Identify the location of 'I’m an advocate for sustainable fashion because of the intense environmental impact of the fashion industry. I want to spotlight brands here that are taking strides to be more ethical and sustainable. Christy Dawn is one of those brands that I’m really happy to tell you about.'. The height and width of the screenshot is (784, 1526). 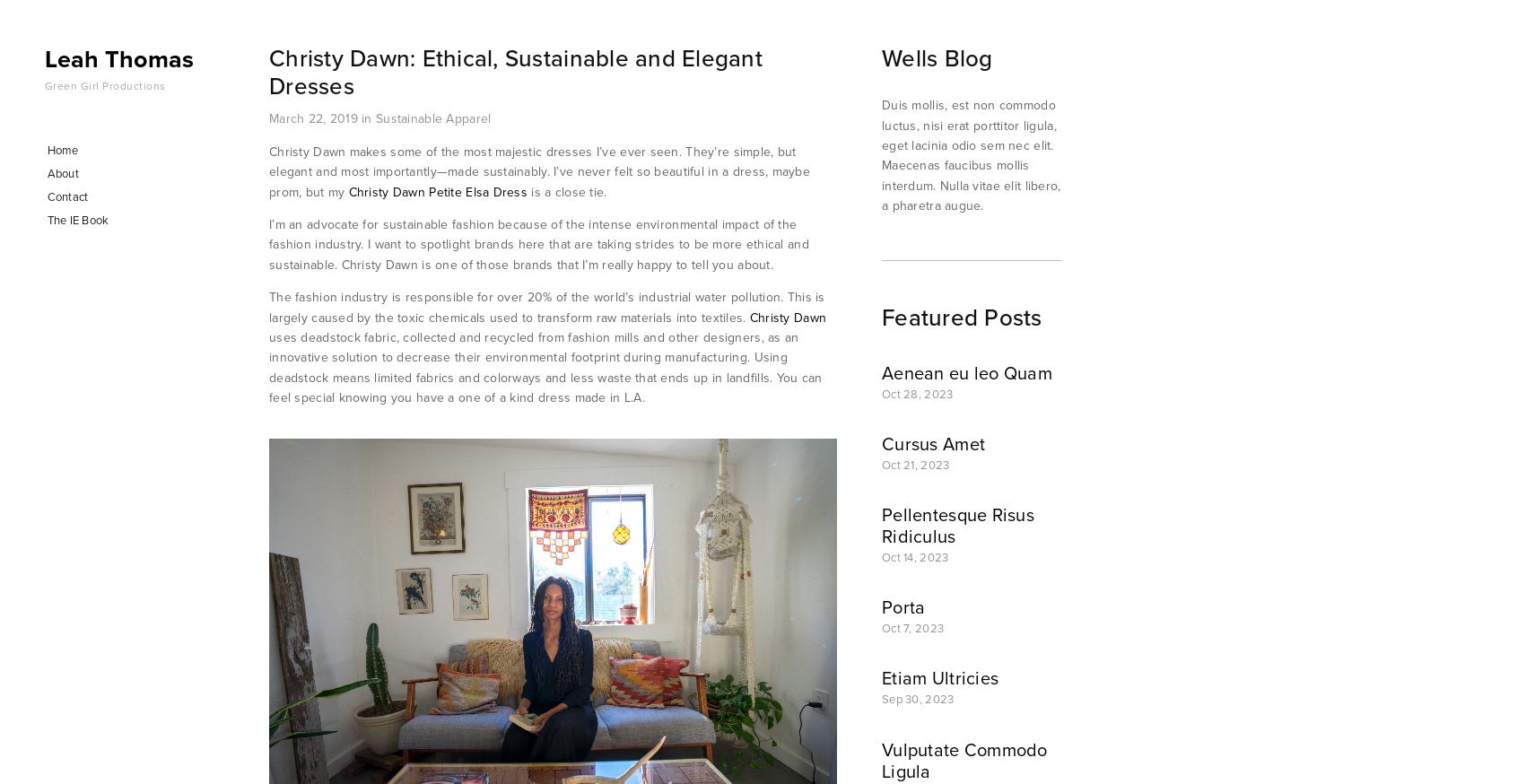
(541, 243).